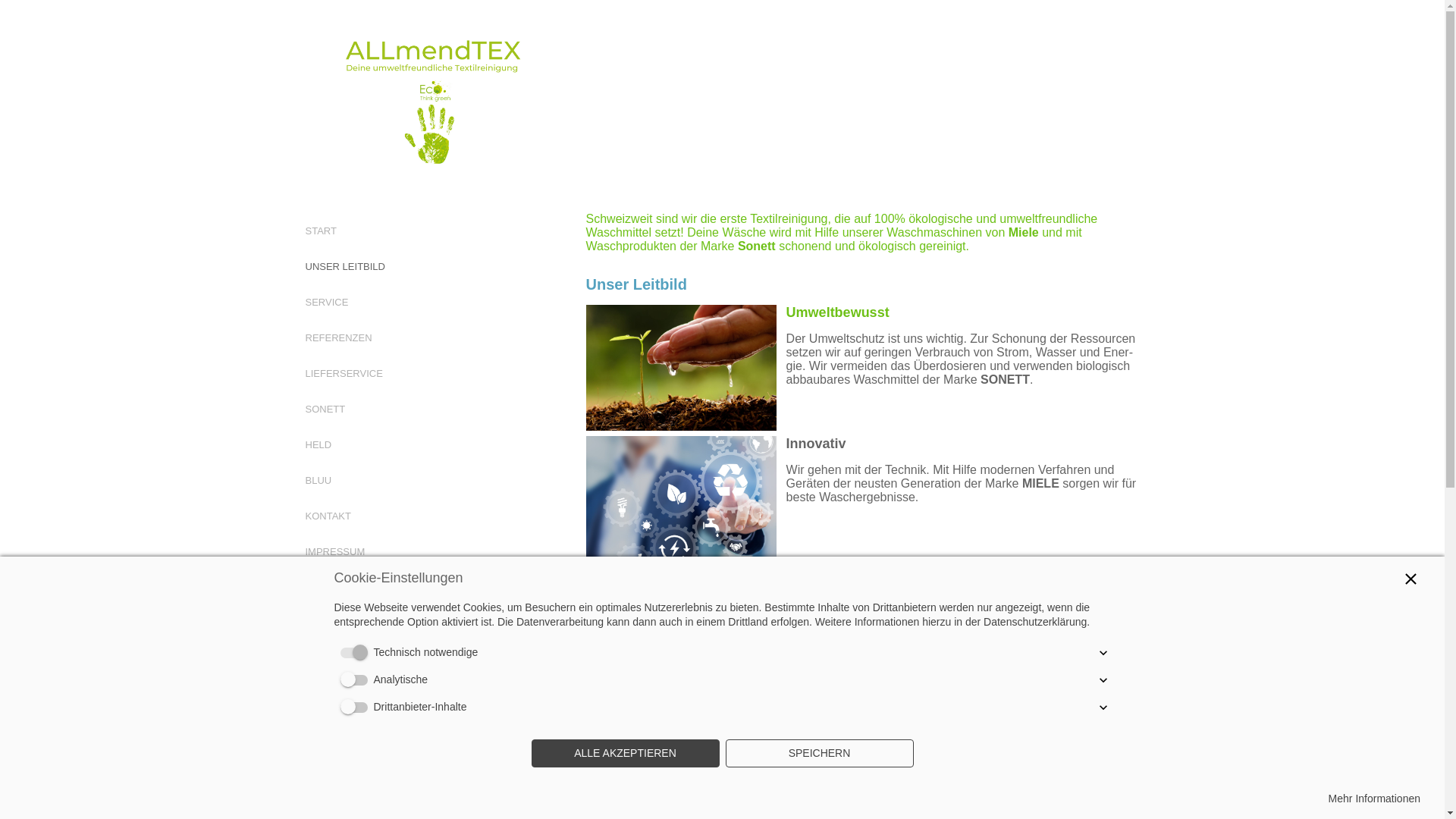  I want to click on 'UNSER LEITBILD', so click(344, 265).